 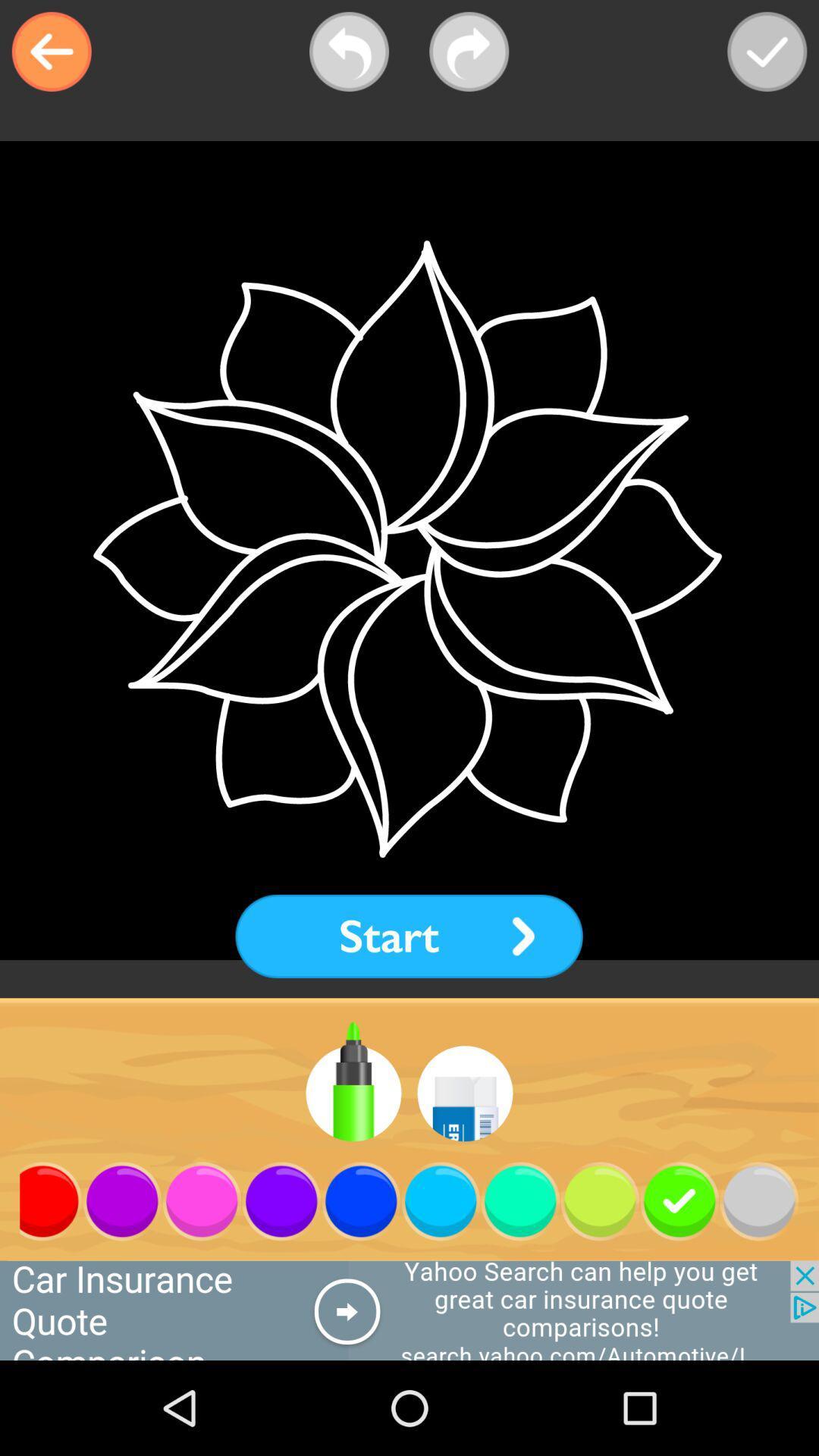 I want to click on the redo icon, so click(x=468, y=52).